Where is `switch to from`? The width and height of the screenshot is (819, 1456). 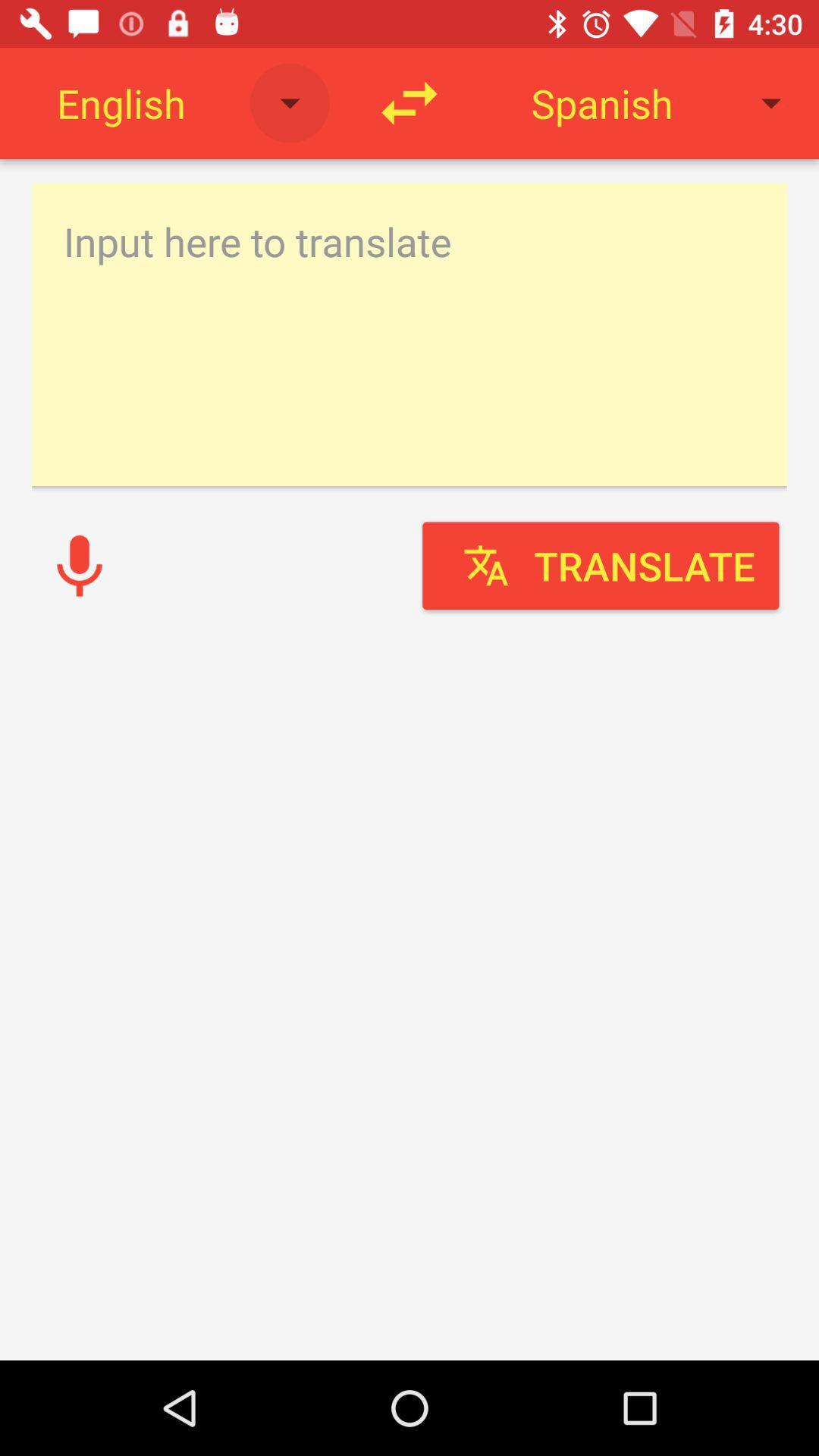
switch to from is located at coordinates (409, 102).